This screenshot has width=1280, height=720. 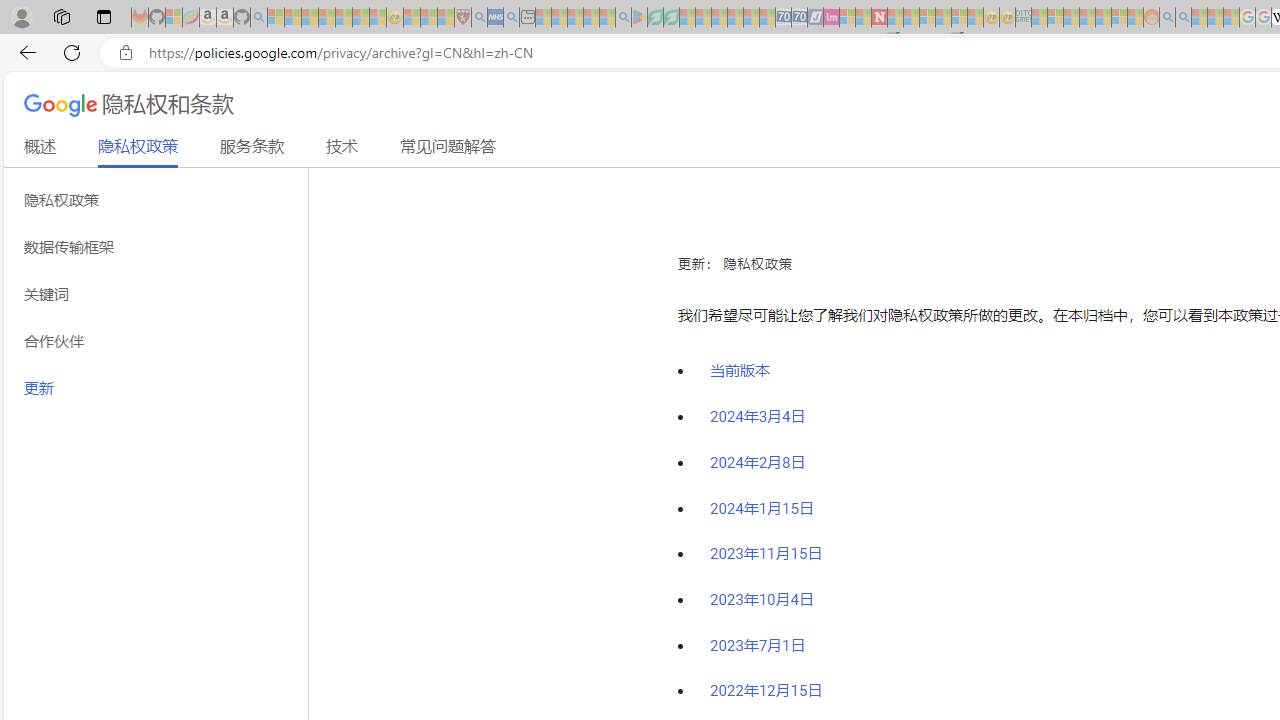 What do you see at coordinates (1055, 17) in the screenshot?
I see `'Microsoft account | Privacy - Sleeping'` at bounding box center [1055, 17].